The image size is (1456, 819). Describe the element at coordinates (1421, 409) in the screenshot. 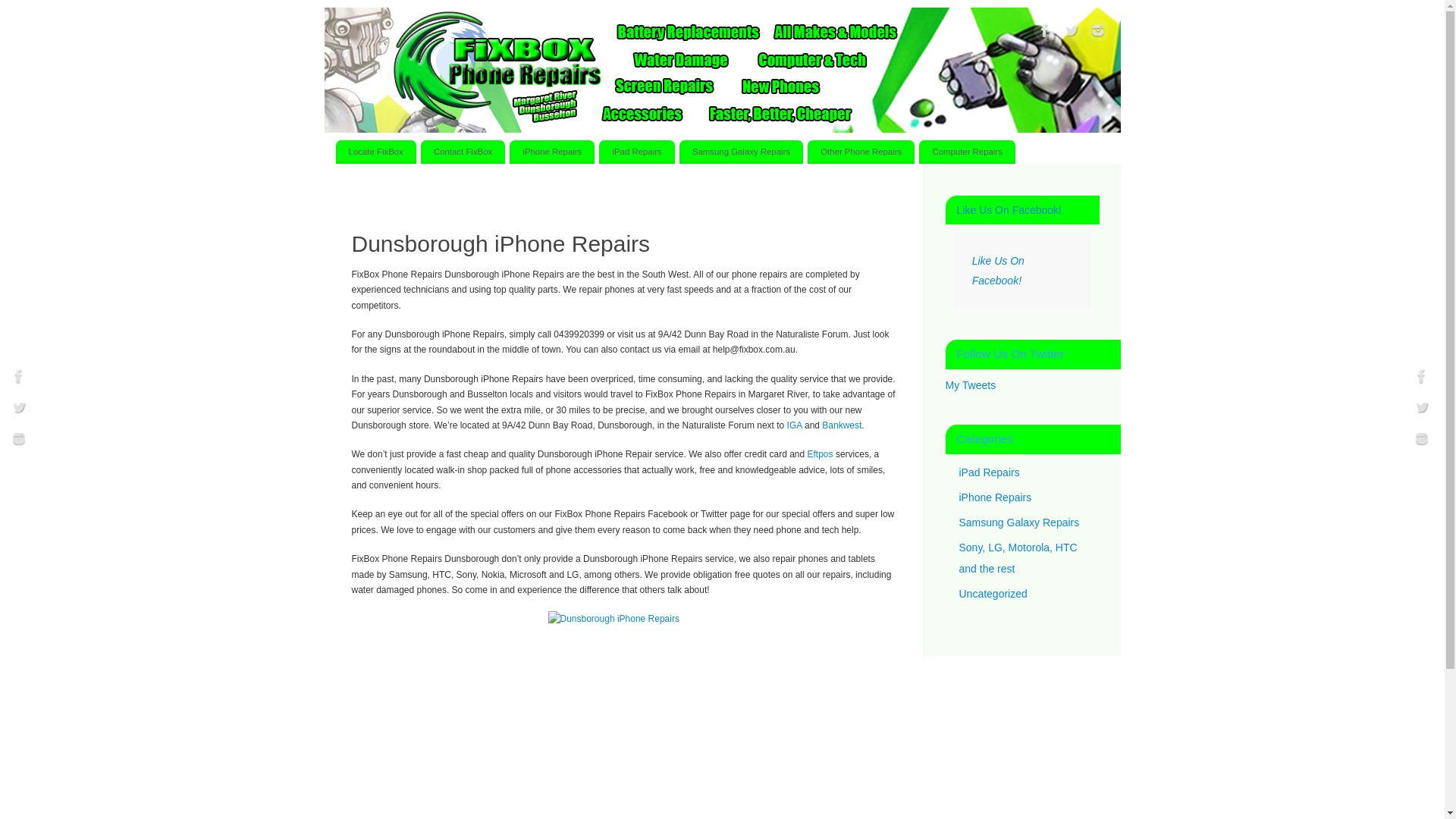

I see `'Twitter'` at that location.